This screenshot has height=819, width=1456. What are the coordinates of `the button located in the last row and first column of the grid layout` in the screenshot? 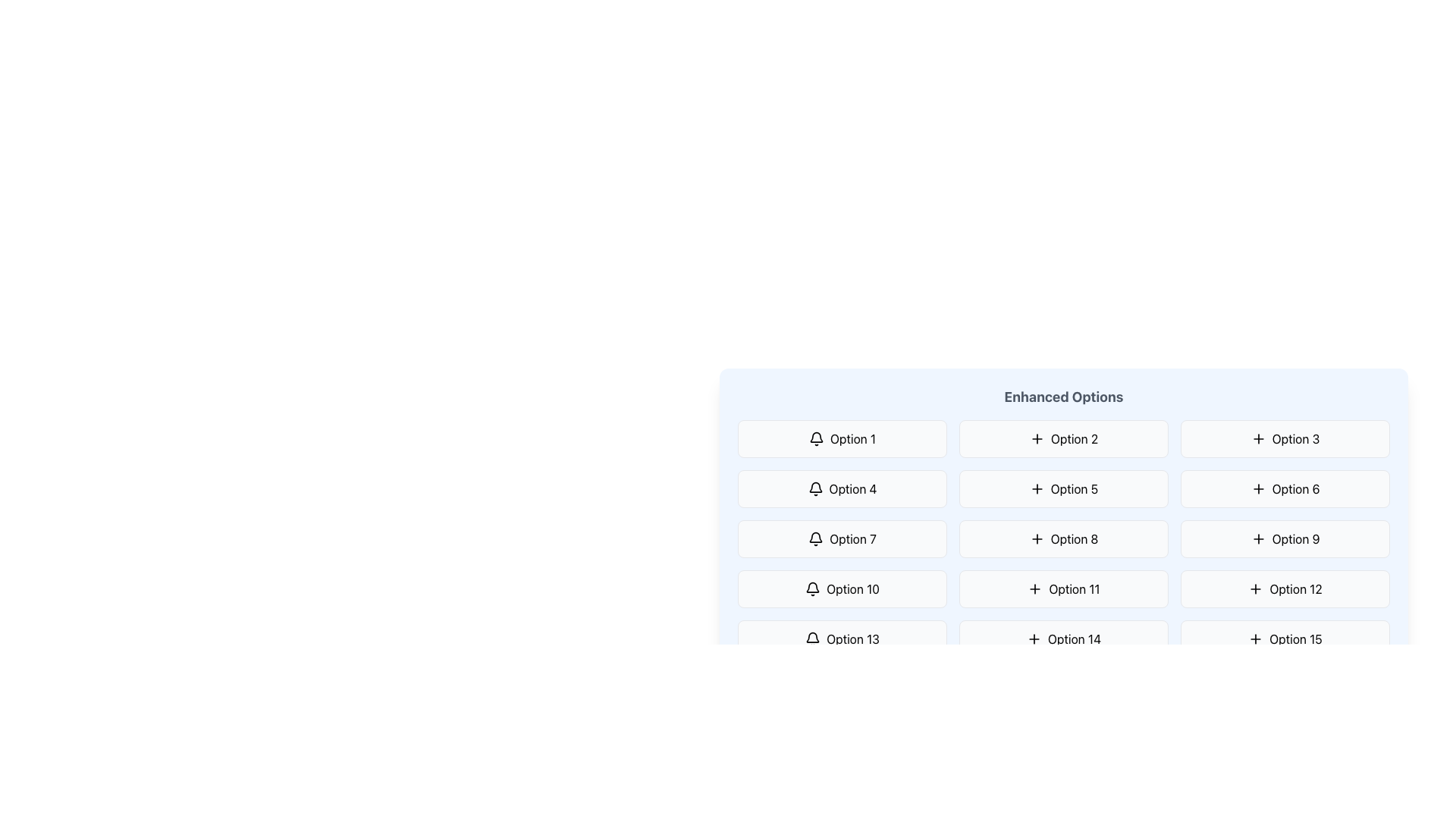 It's located at (841, 739).